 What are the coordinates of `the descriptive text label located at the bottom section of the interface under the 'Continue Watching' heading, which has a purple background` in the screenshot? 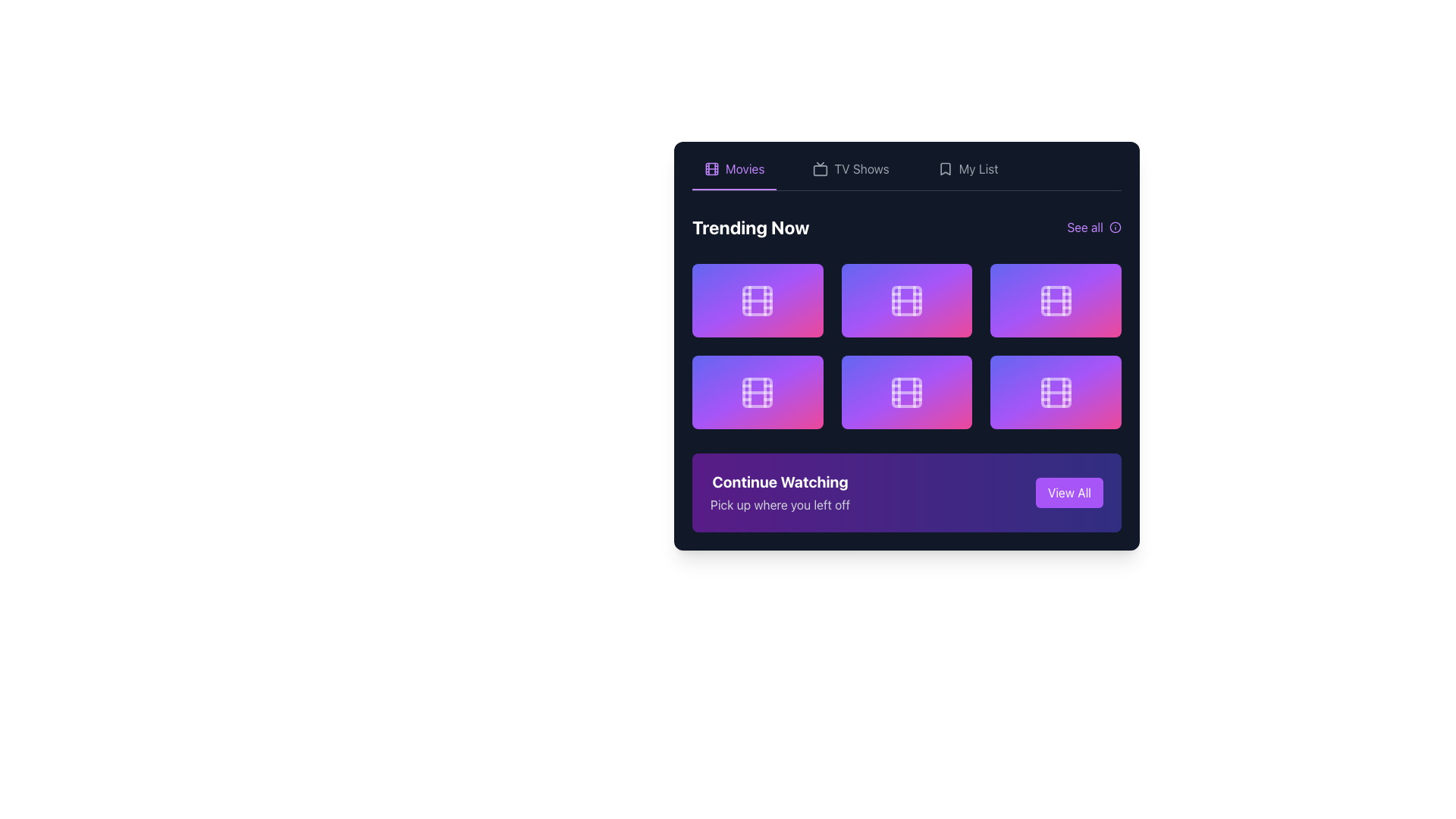 It's located at (780, 505).